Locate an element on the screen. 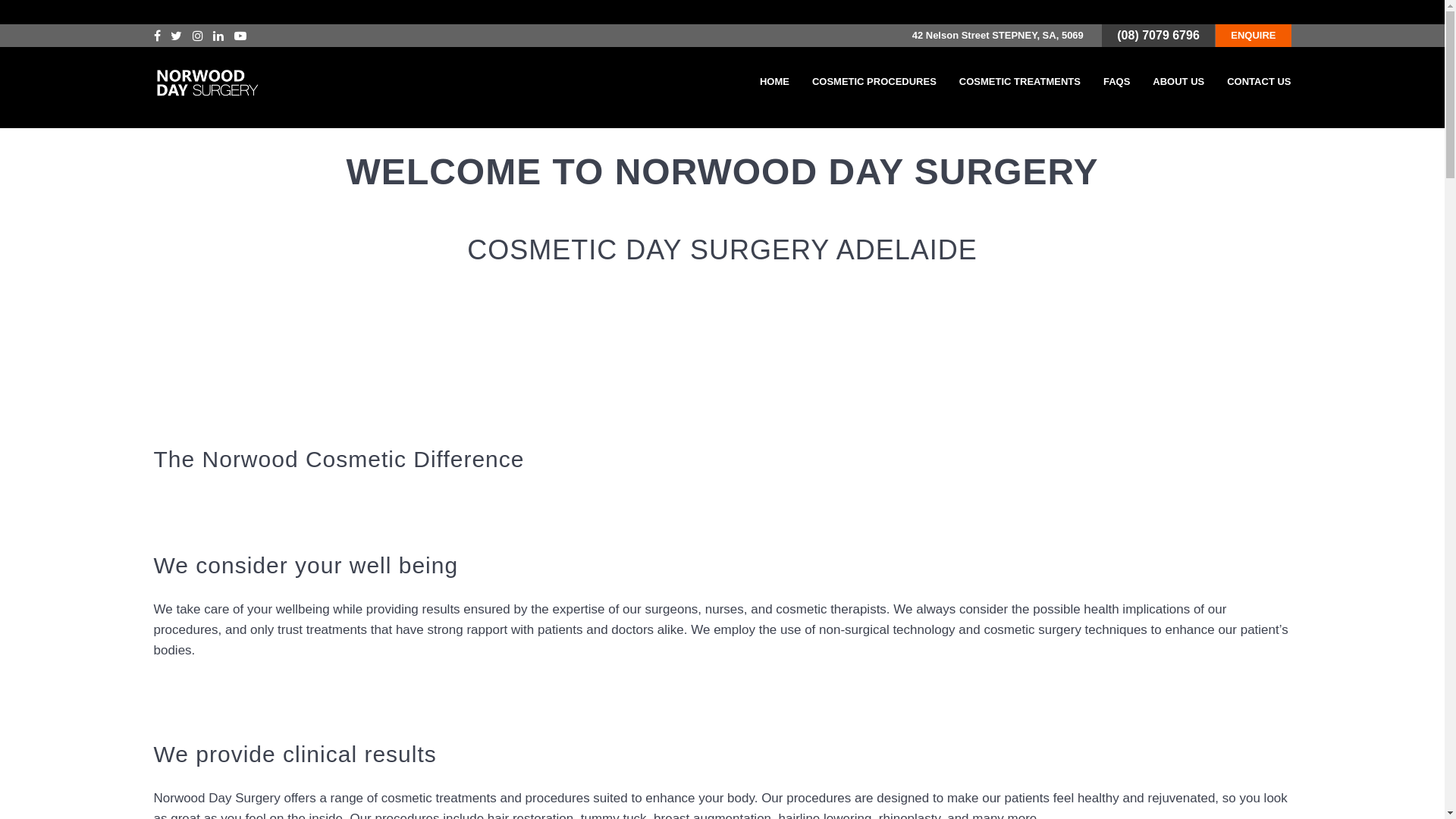 The height and width of the screenshot is (819, 1456). '(08) 7079 6796' is located at coordinates (1117, 34).